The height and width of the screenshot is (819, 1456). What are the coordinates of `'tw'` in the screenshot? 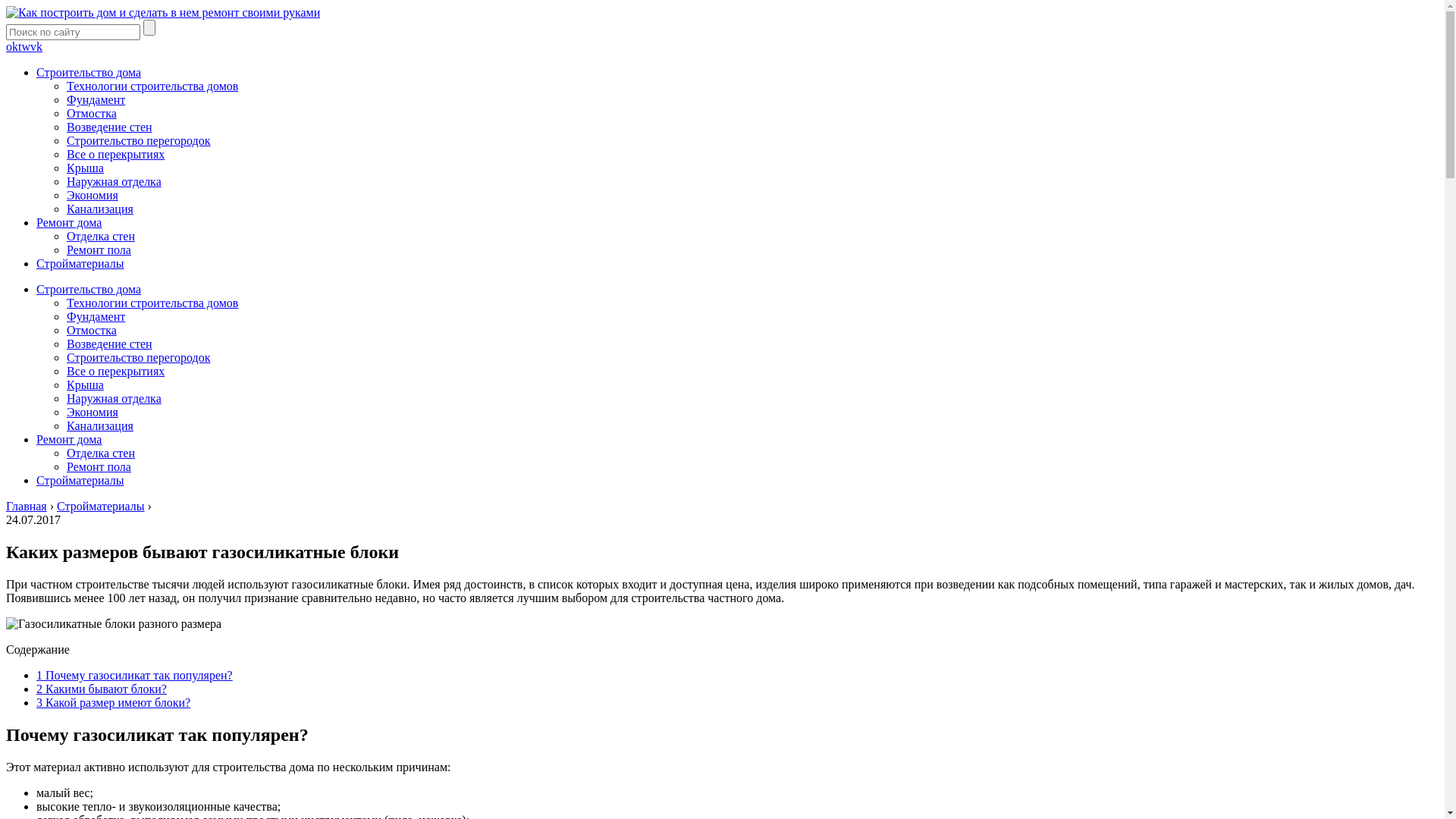 It's located at (24, 45).